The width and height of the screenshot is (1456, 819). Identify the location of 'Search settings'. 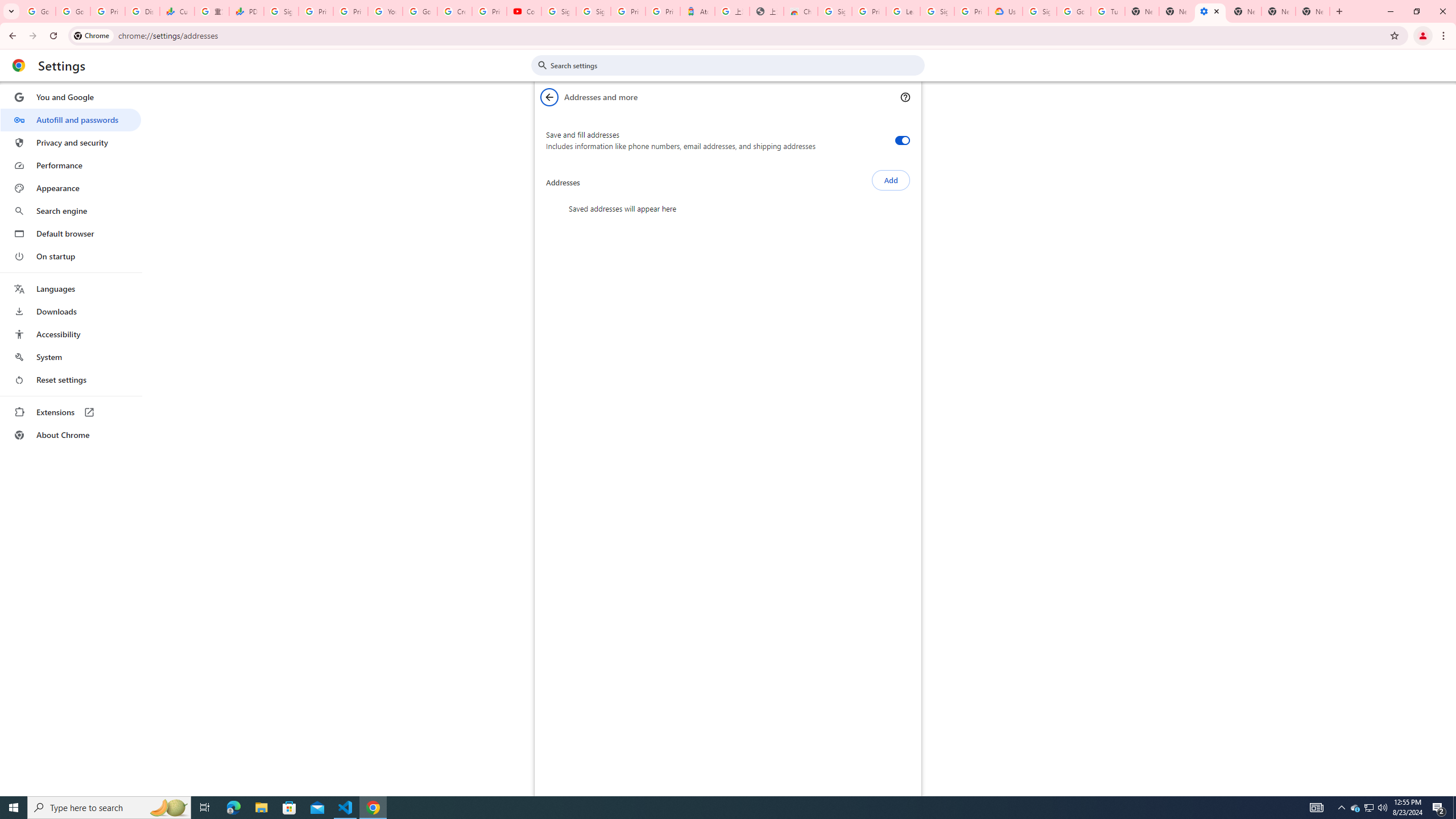
(735, 65).